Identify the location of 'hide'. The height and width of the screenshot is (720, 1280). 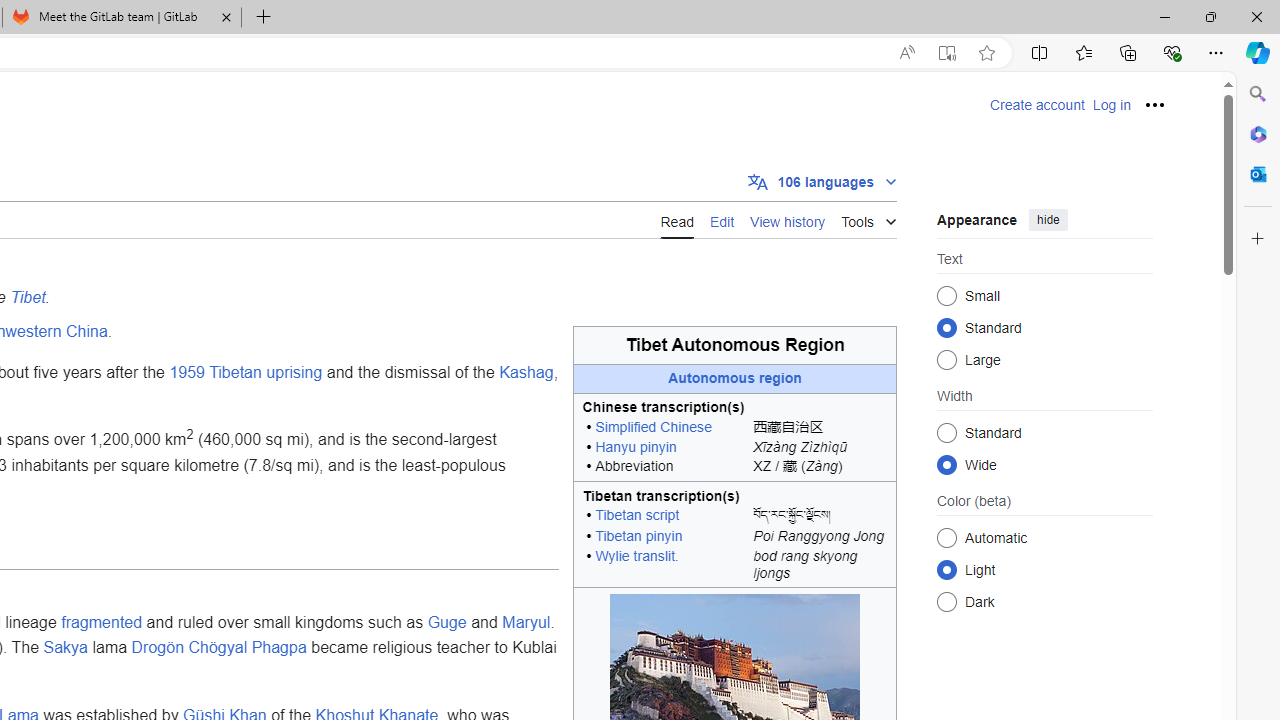
(1047, 219).